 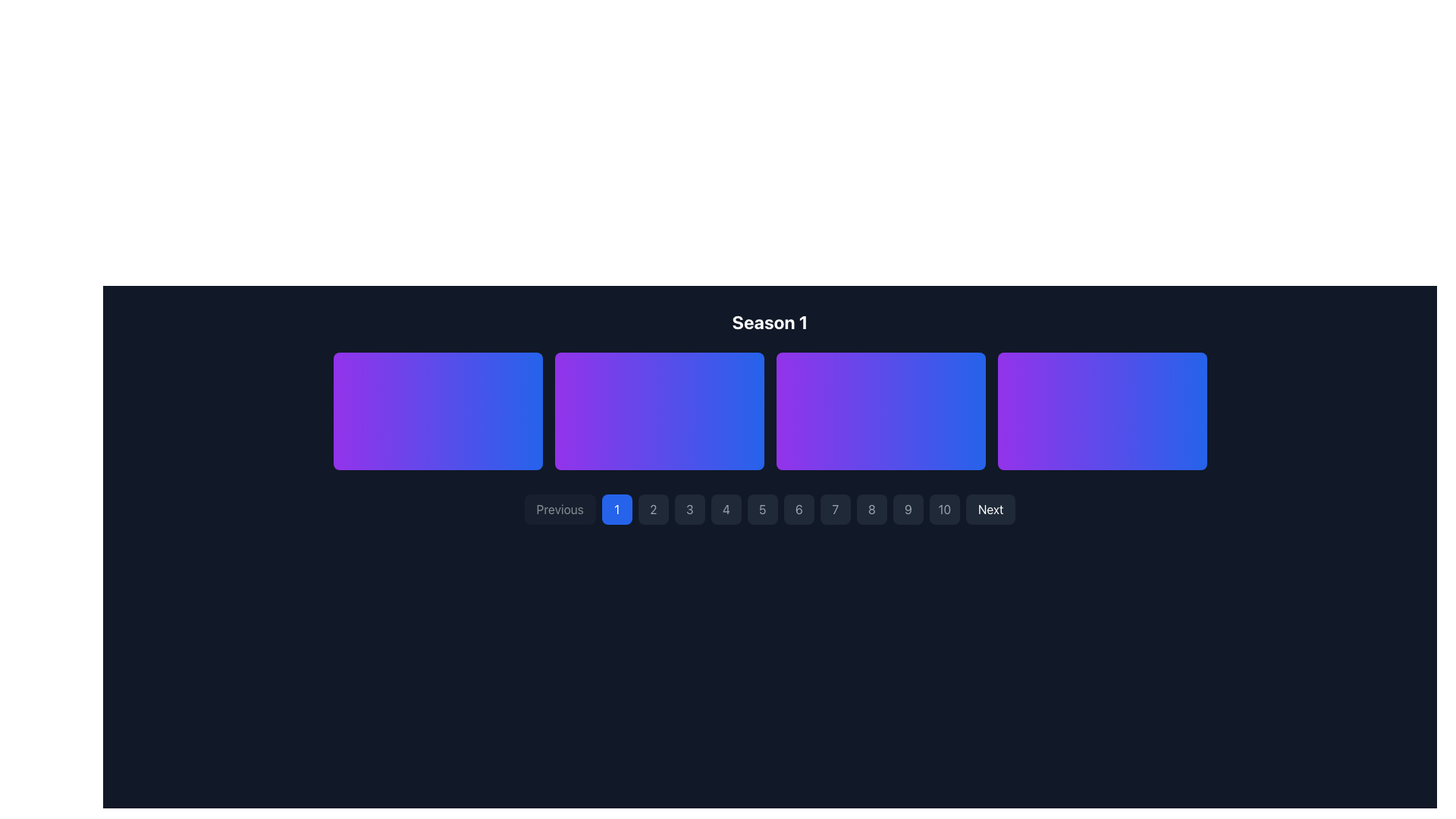 What do you see at coordinates (559, 510) in the screenshot?
I see `the disabled navigation button located to the left of the circular button labeled '1' in the bottom navigation bar` at bounding box center [559, 510].